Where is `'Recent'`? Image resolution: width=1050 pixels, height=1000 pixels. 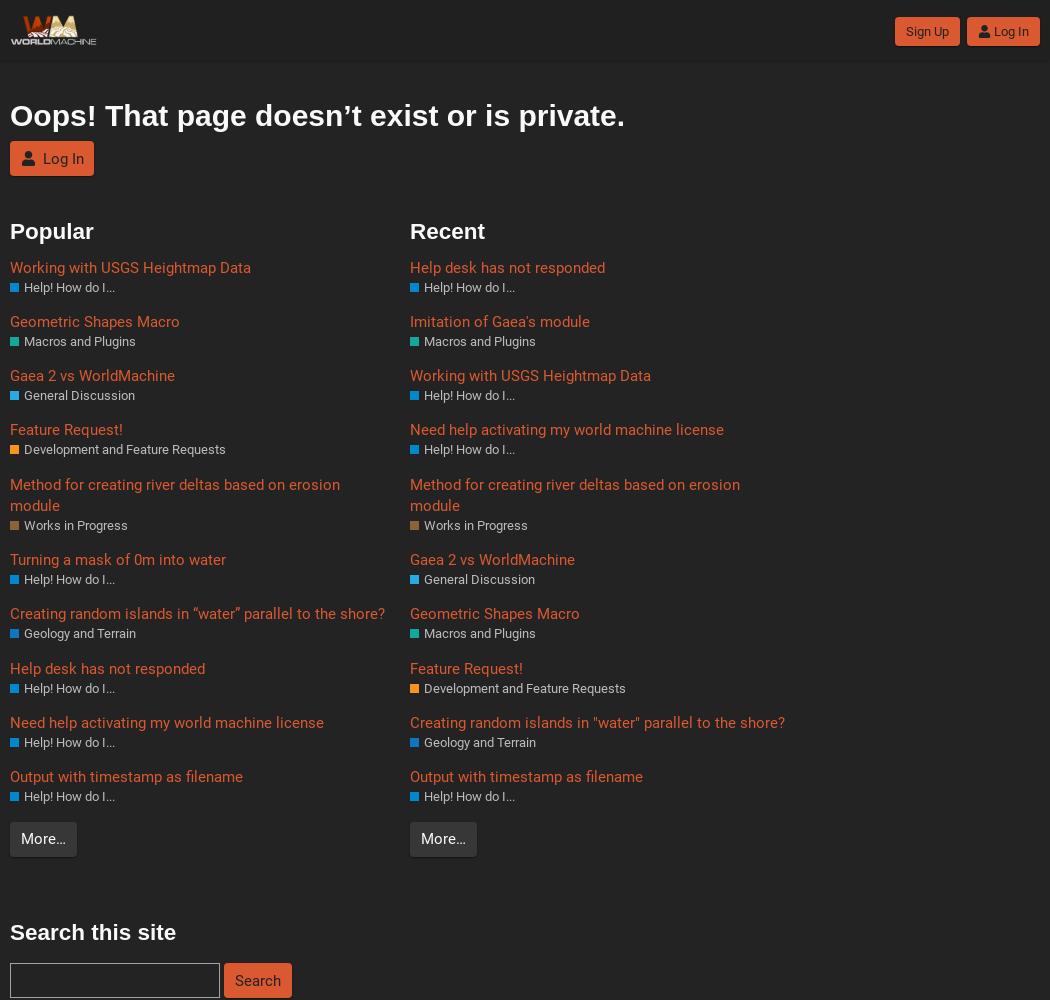
'Recent' is located at coordinates (446, 230).